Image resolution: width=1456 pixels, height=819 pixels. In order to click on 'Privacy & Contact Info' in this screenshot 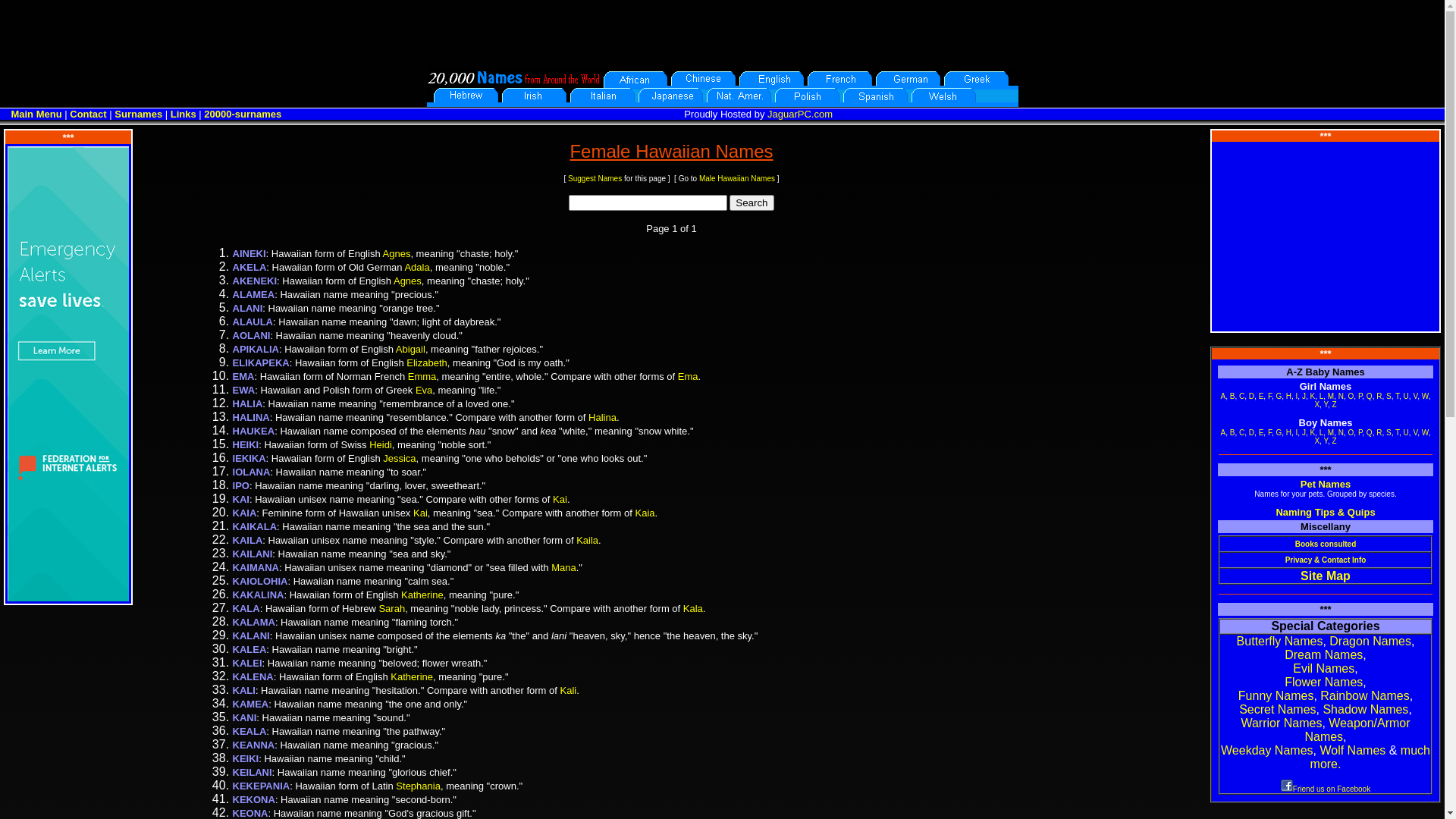, I will do `click(1284, 560)`.